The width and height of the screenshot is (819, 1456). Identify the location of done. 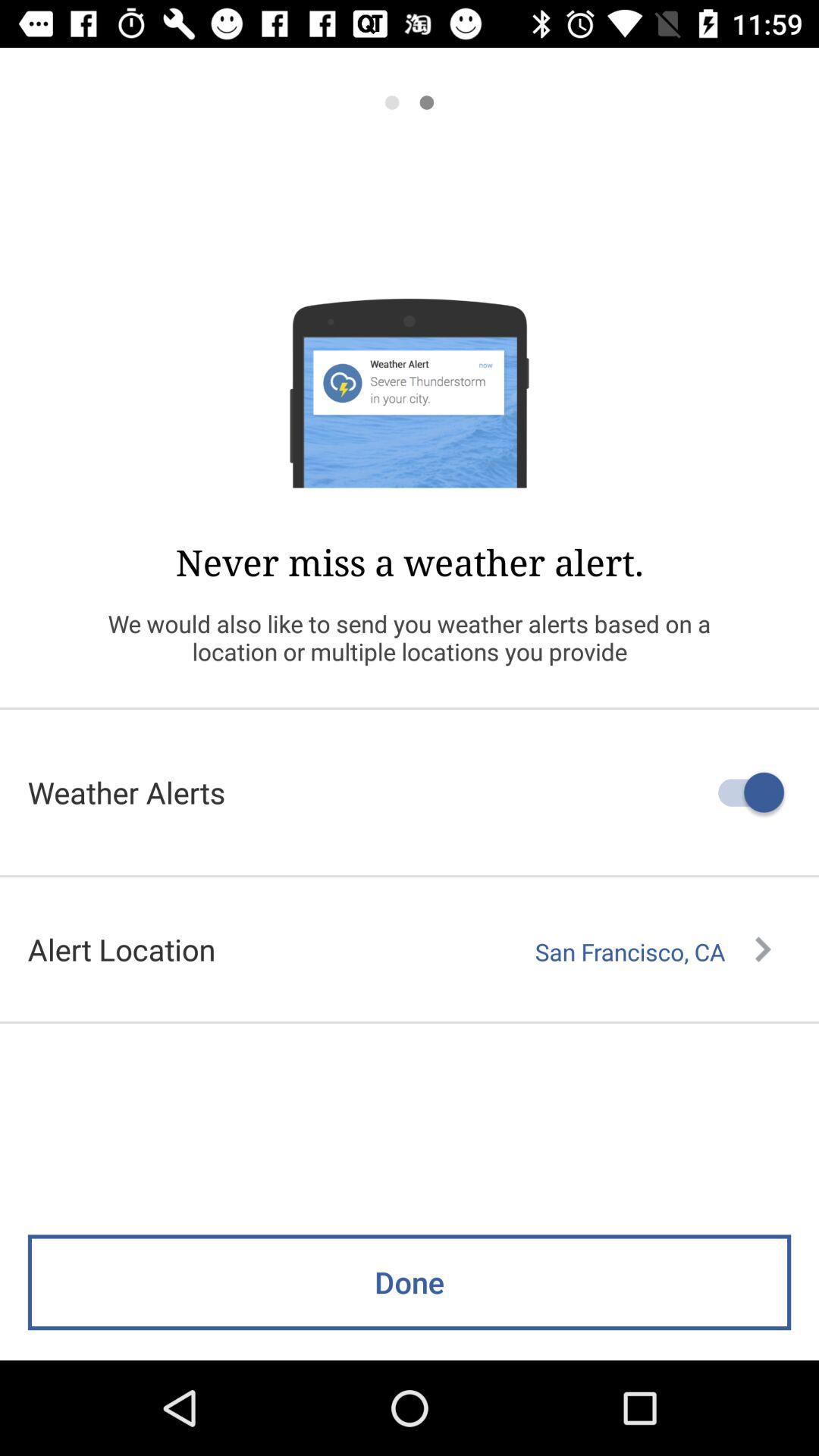
(409, 1282).